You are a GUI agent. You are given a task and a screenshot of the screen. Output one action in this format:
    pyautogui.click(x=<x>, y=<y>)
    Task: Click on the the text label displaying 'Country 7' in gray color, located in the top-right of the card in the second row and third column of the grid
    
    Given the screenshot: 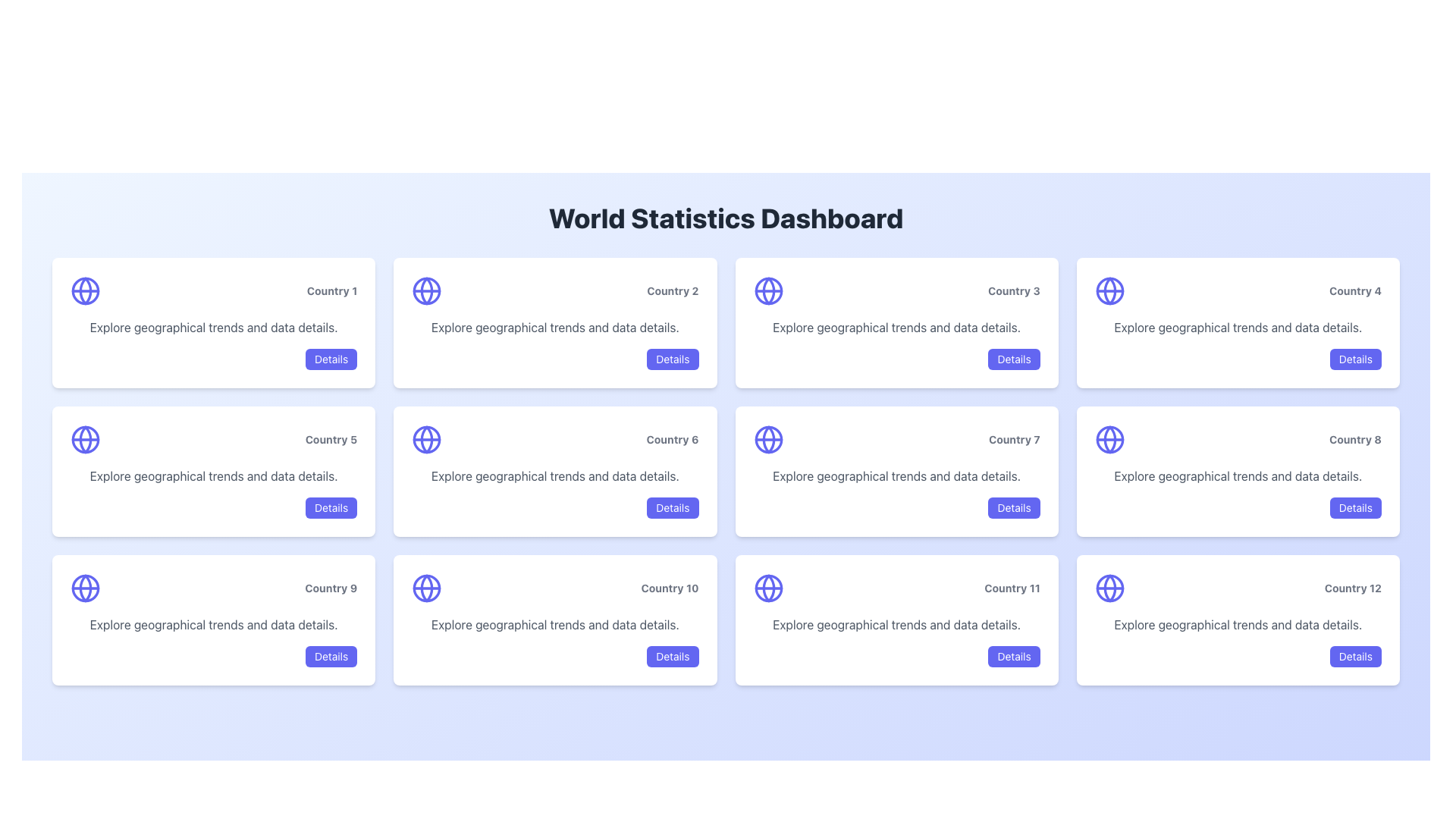 What is the action you would take?
    pyautogui.click(x=1014, y=439)
    